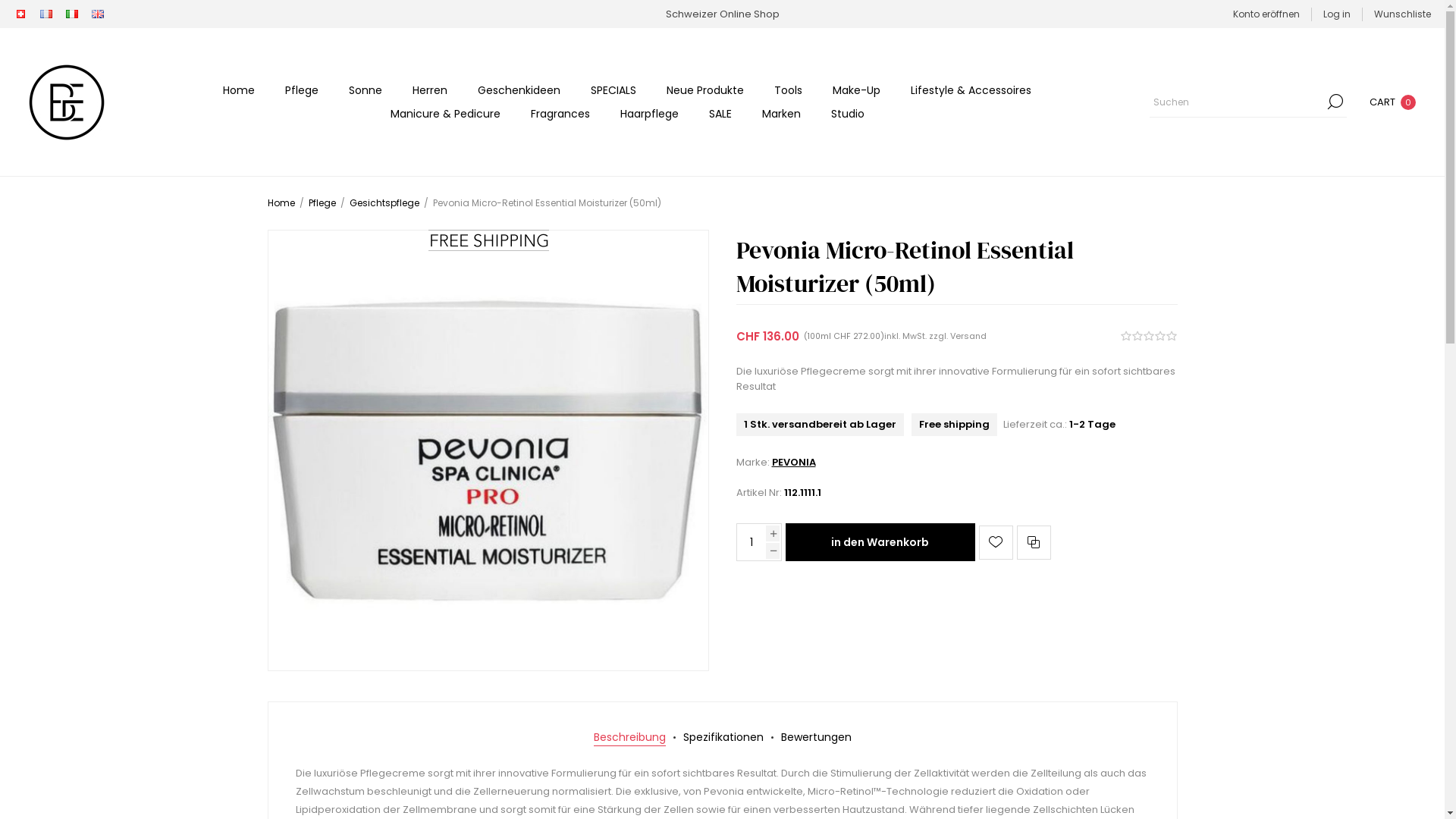 The height and width of the screenshot is (819, 1456). What do you see at coordinates (97, 14) in the screenshot?
I see `'EN'` at bounding box center [97, 14].